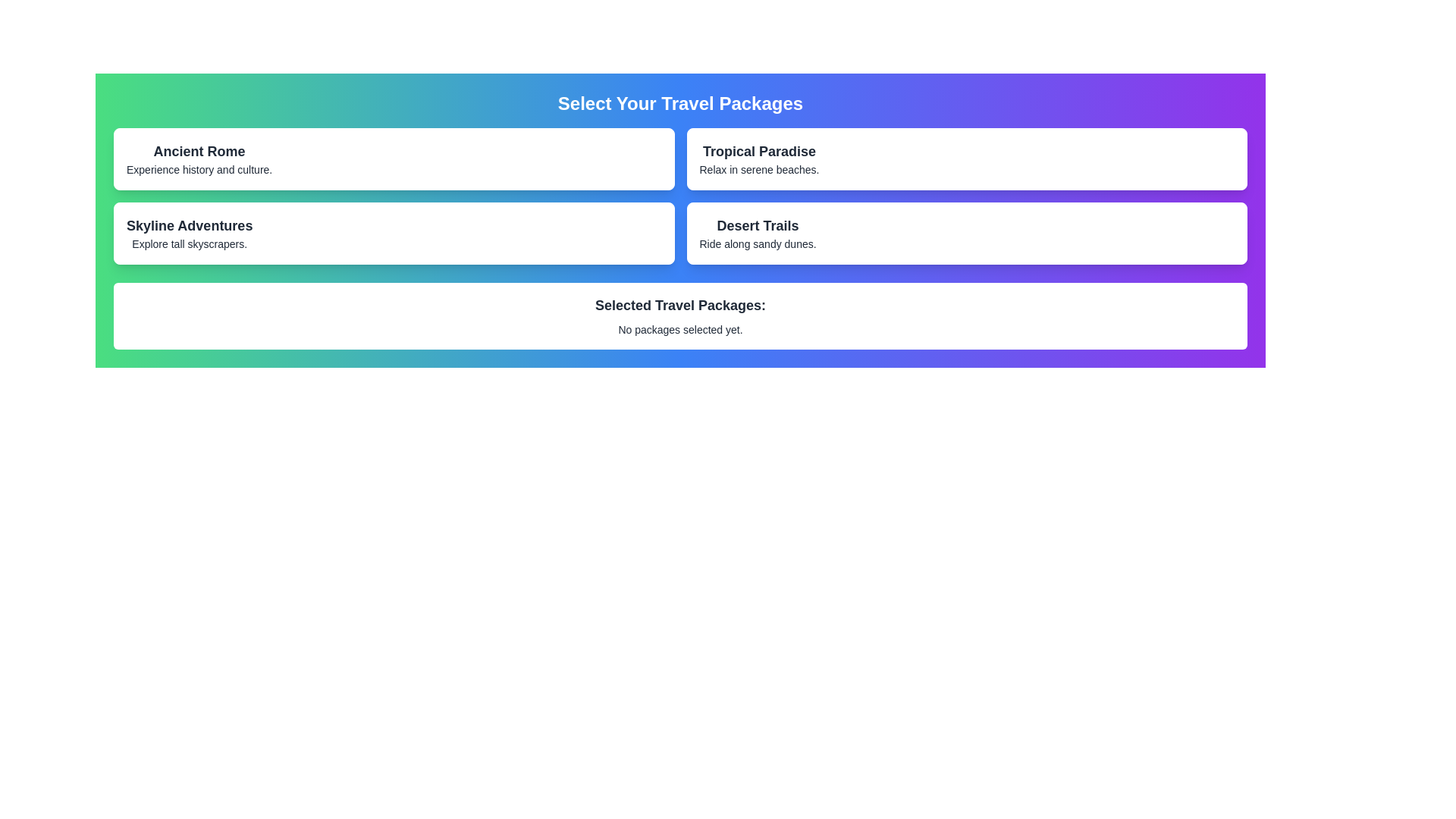 The image size is (1456, 819). I want to click on header text element that serves as the title for the travel packages section, providing context about the content below, so click(679, 103).